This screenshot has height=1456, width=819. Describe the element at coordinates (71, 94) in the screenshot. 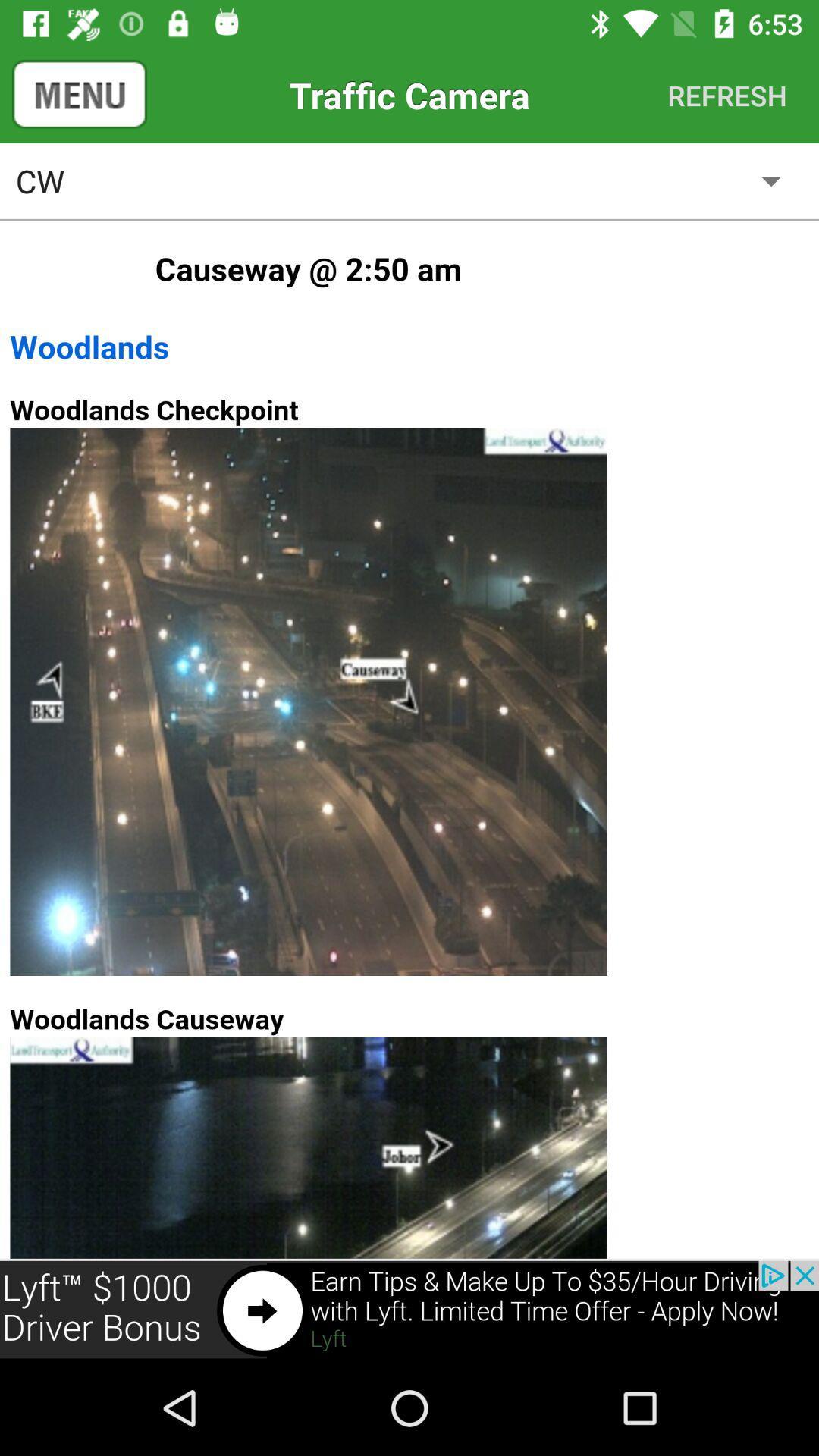

I see `the menu icon` at that location.